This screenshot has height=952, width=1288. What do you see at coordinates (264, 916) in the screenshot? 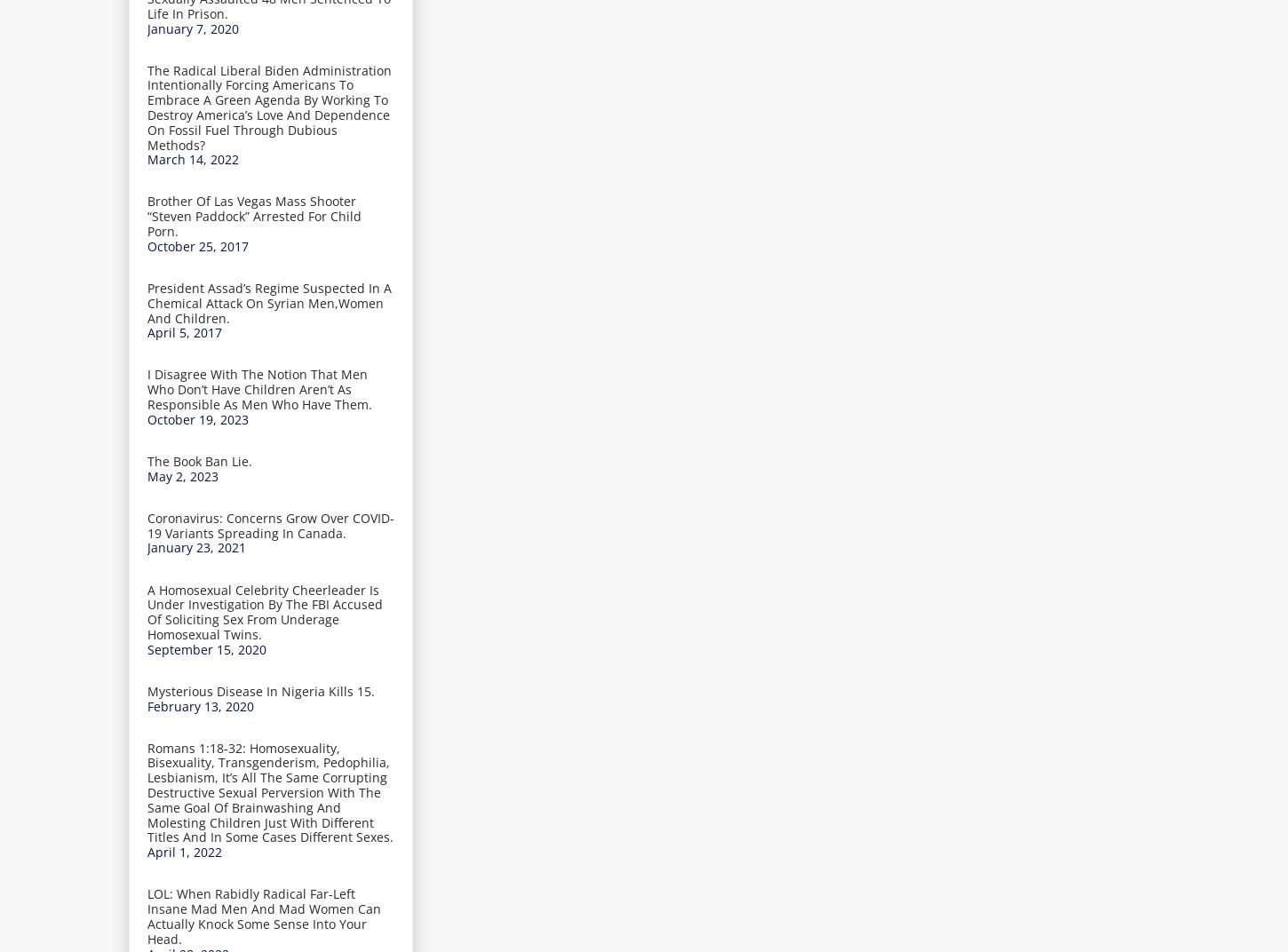
I see `'LOL: When Rabidly Radical Far-Left Insane Mad Men And Mad Women Can Actually Knock Some Sense Into Your Head.'` at bounding box center [264, 916].